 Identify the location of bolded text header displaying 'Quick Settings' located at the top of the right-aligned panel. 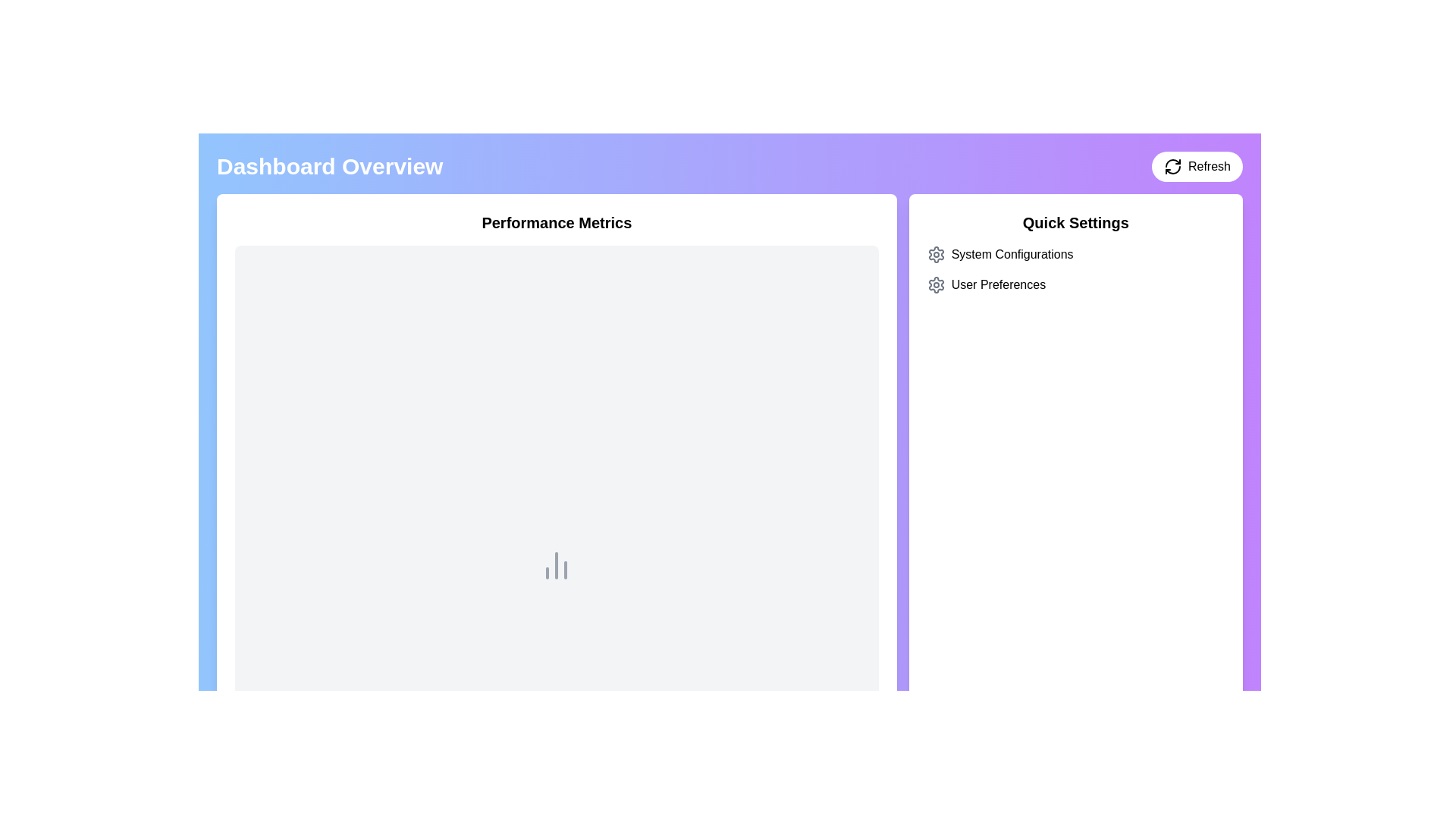
(1075, 222).